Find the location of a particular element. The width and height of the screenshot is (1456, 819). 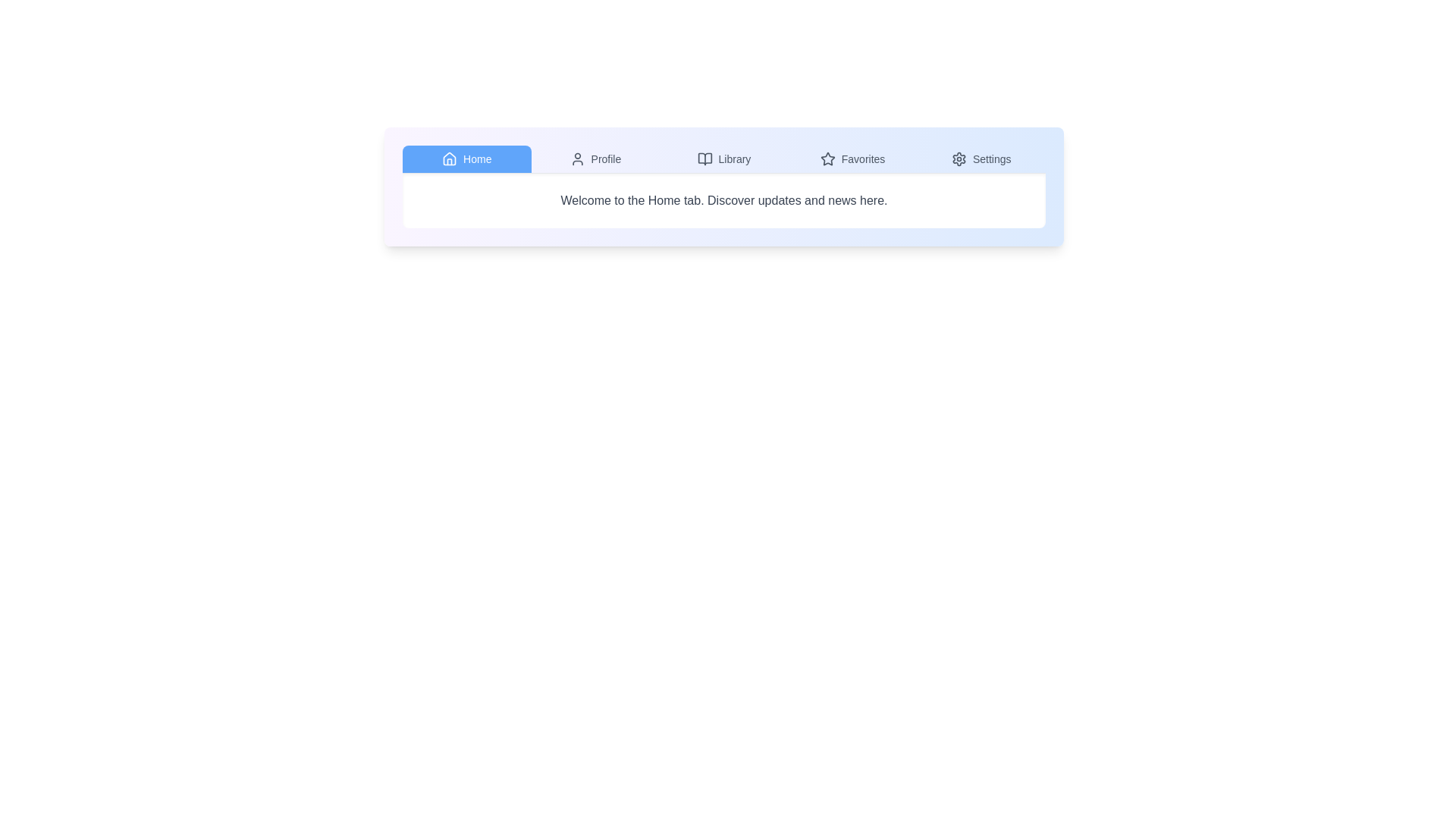

the profile icon located in the top navigation bar, positioned between the Home and Library tabs is located at coordinates (576, 158).